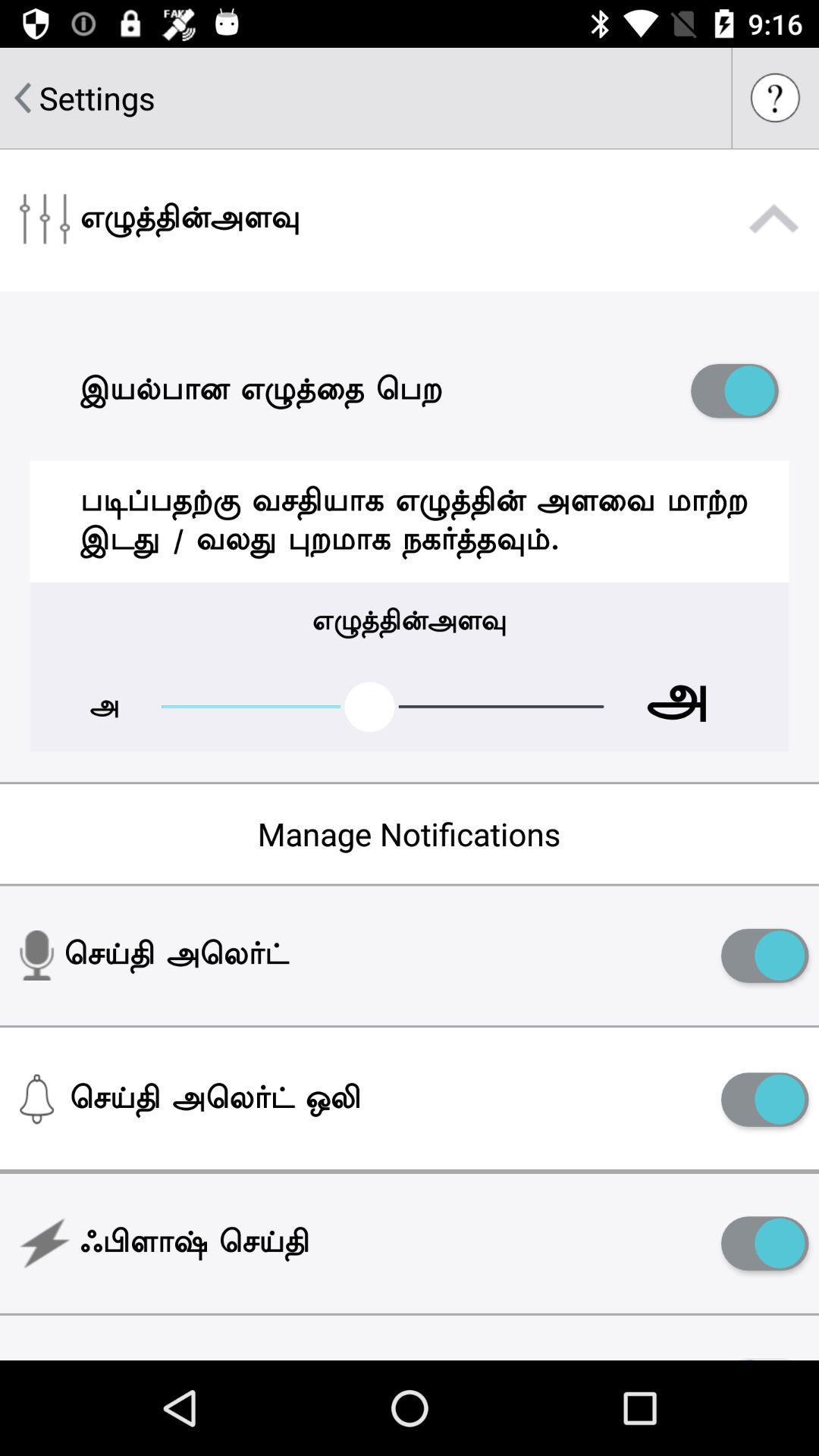 The image size is (819, 1456). I want to click on access help, so click(775, 97).